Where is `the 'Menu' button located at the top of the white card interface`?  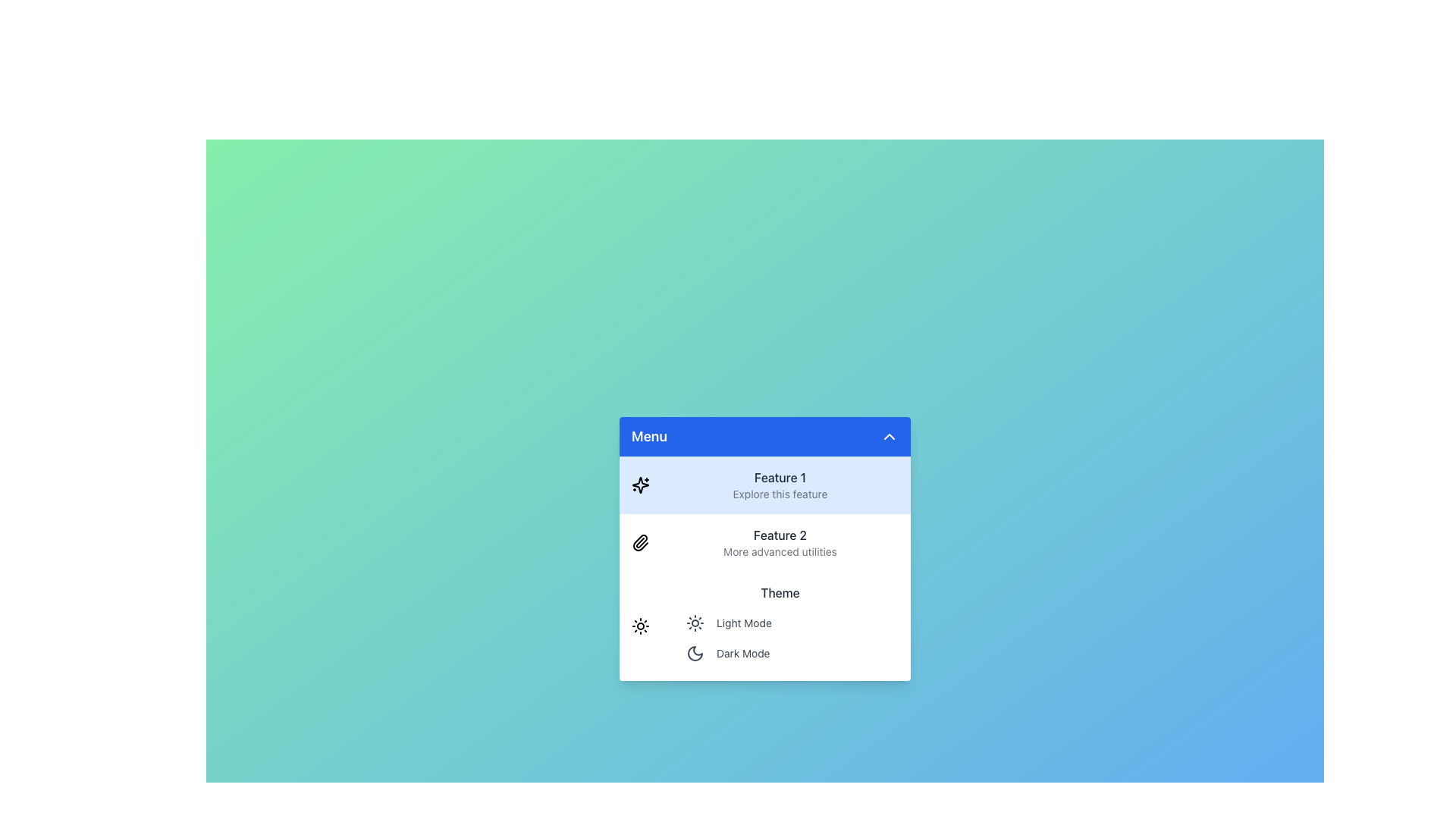
the 'Menu' button located at the top of the white card interface is located at coordinates (764, 436).